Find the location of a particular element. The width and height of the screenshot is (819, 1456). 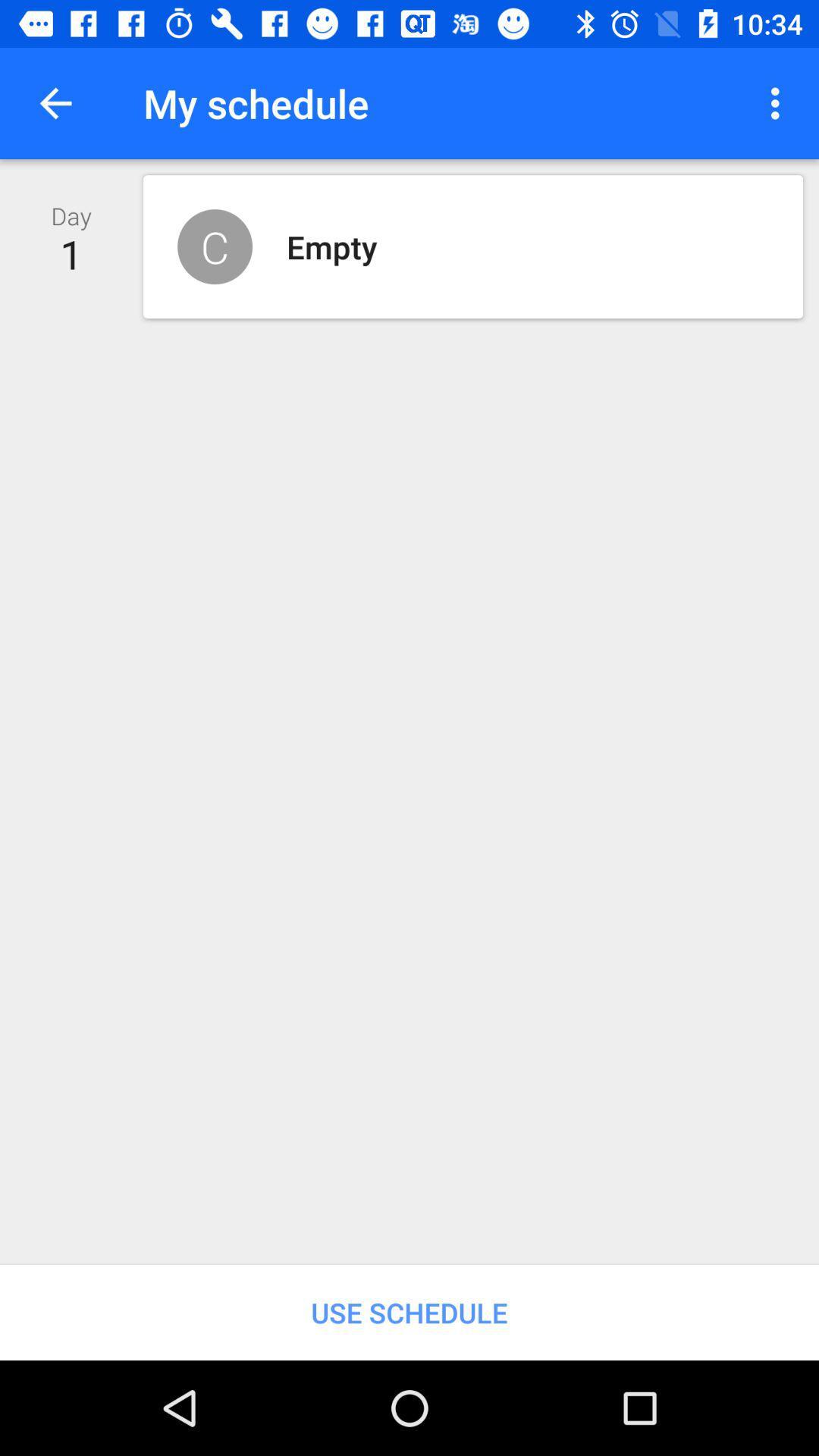

the item to the right of the my schedule icon is located at coordinates (779, 102).